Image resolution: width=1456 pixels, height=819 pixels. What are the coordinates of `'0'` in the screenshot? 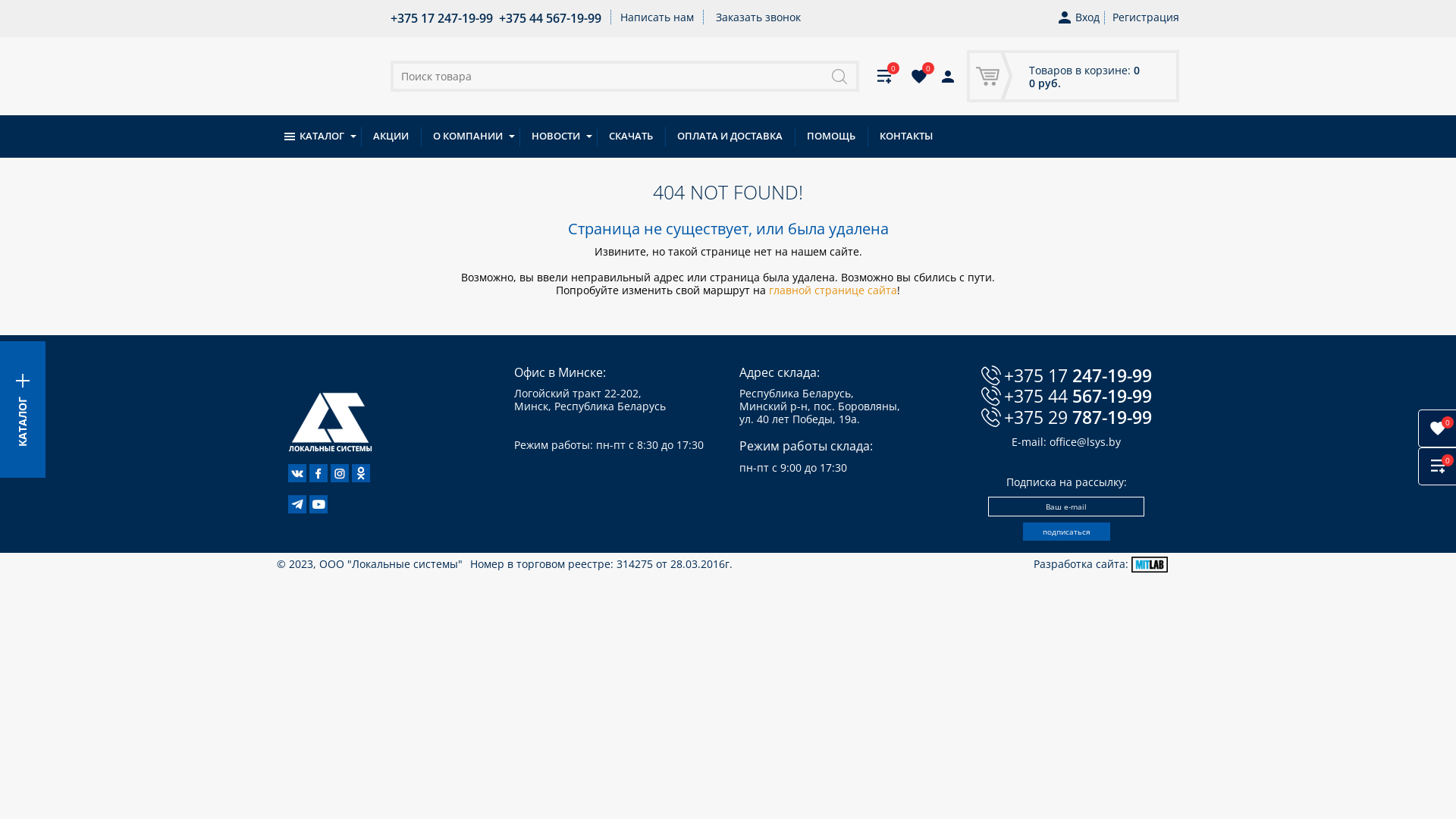 It's located at (918, 76).